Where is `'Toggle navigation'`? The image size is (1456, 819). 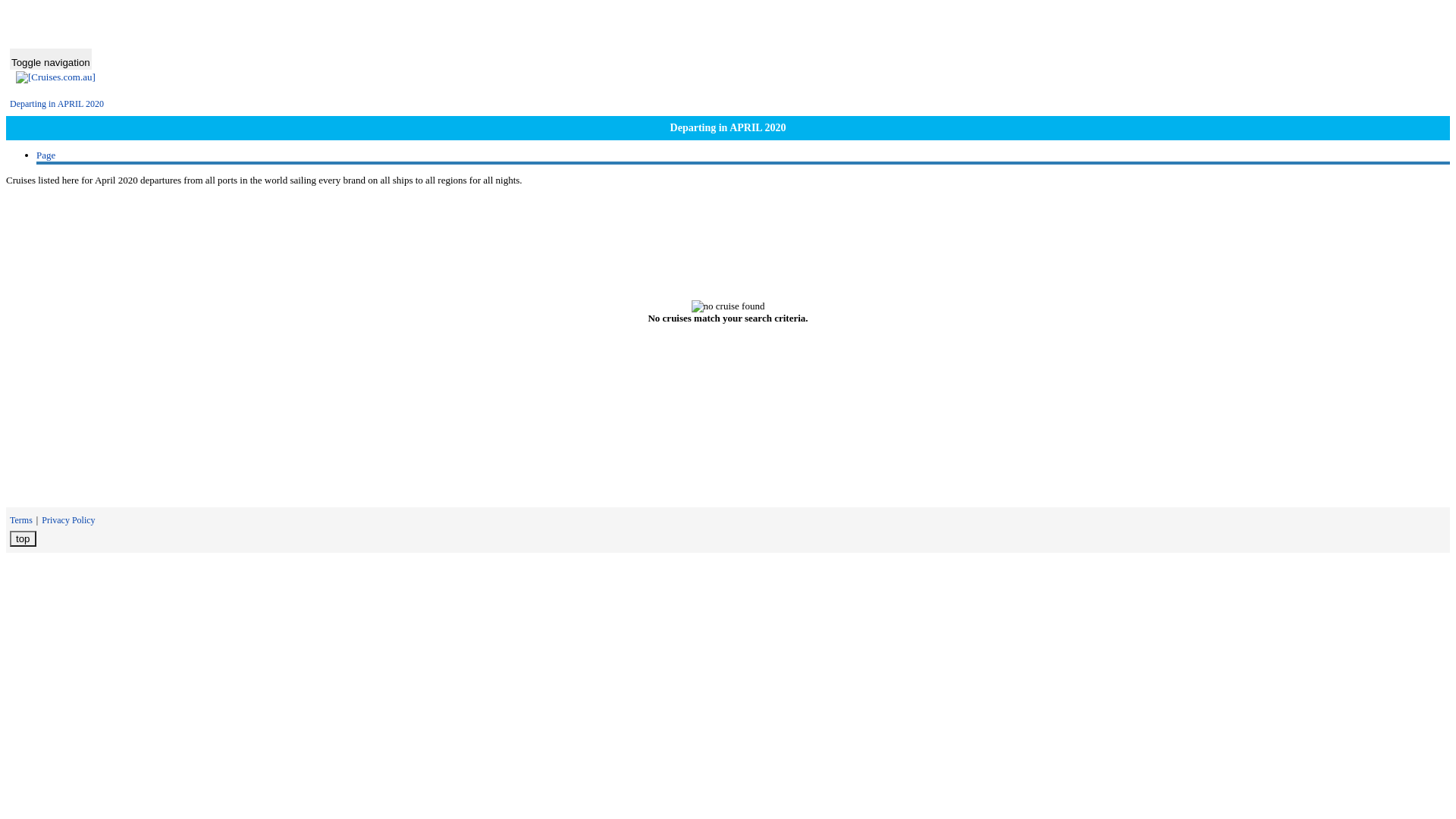 'Toggle navigation' is located at coordinates (51, 58).